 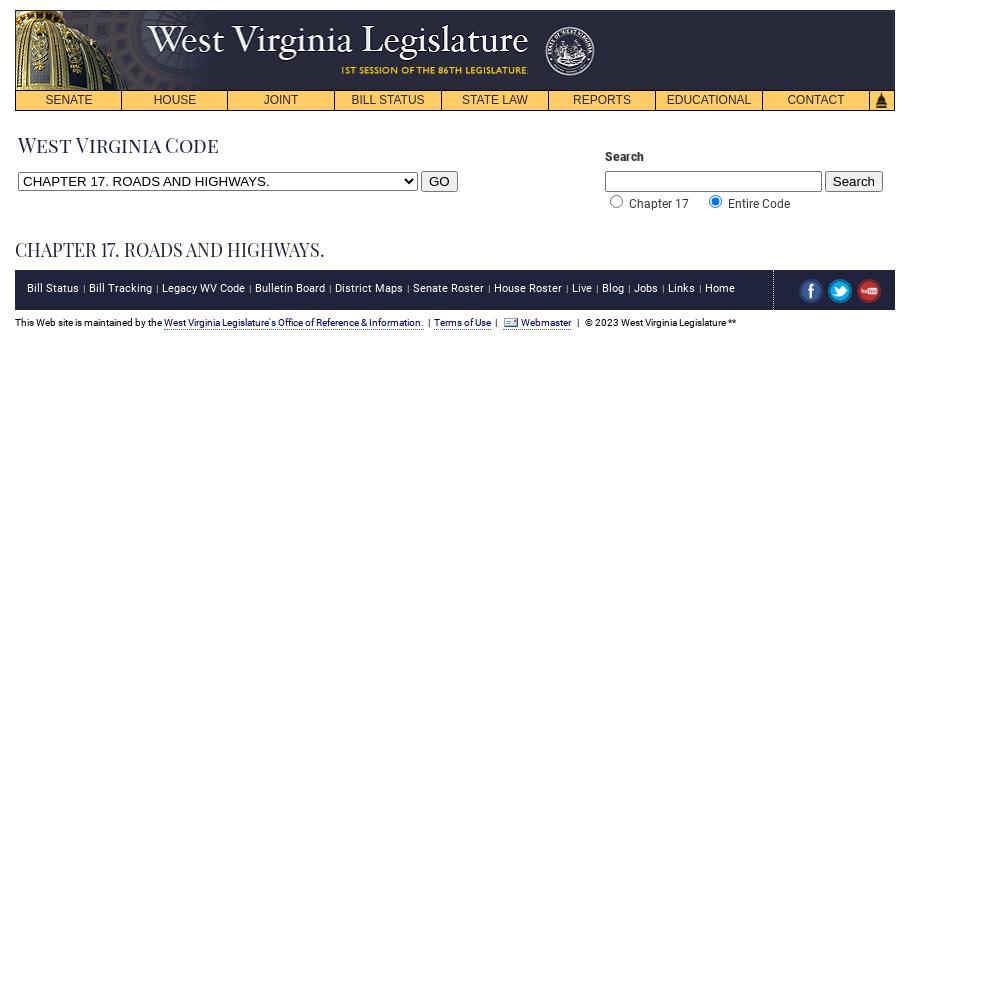 What do you see at coordinates (238, 197) in the screenshot?
I see `'BUDGET DIVISION'` at bounding box center [238, 197].